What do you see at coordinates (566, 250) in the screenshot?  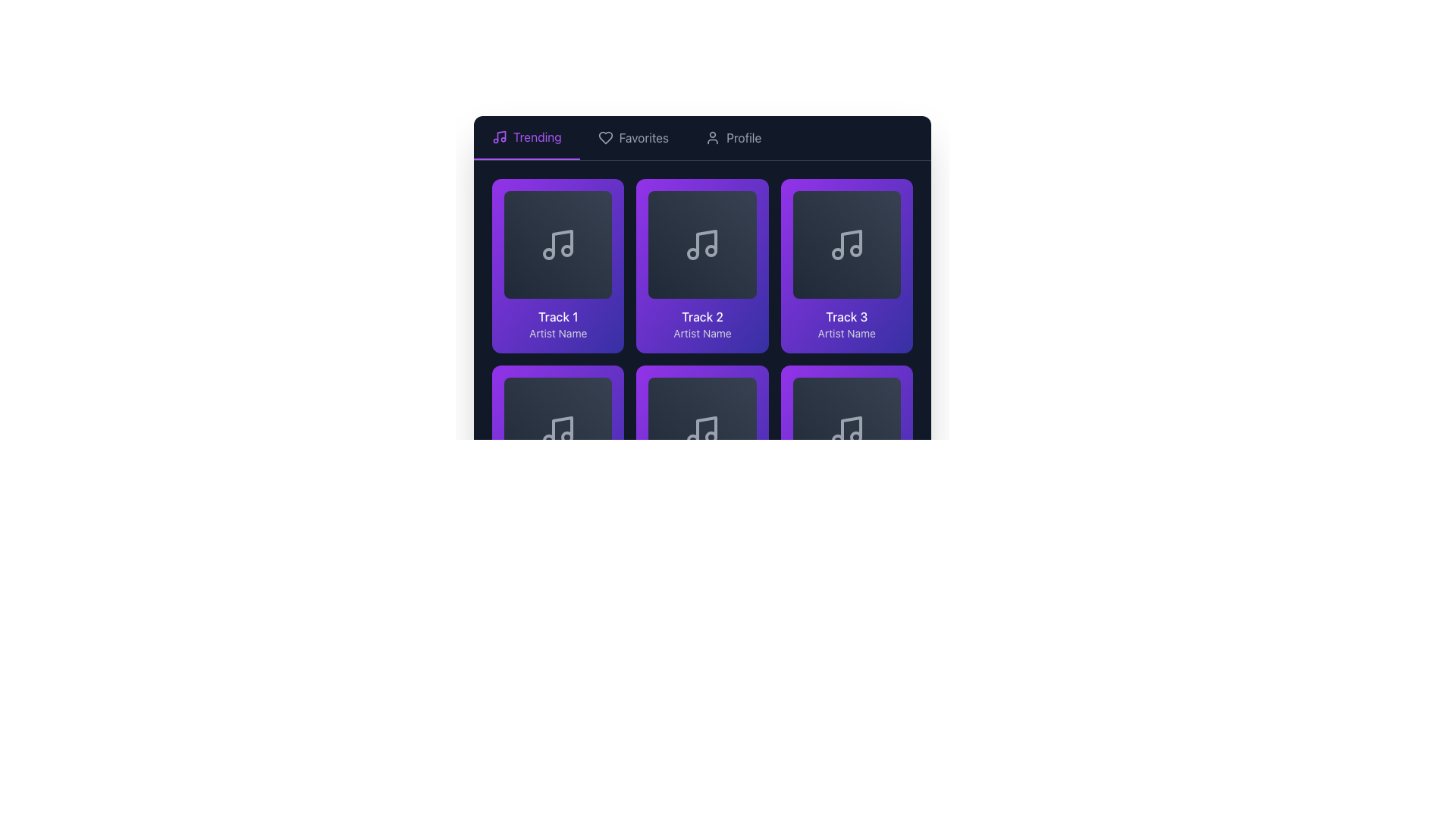 I see `the second circular element of the SVG musical note icon located in the first card of the music tracks grid in the top-left area of the page` at bounding box center [566, 250].